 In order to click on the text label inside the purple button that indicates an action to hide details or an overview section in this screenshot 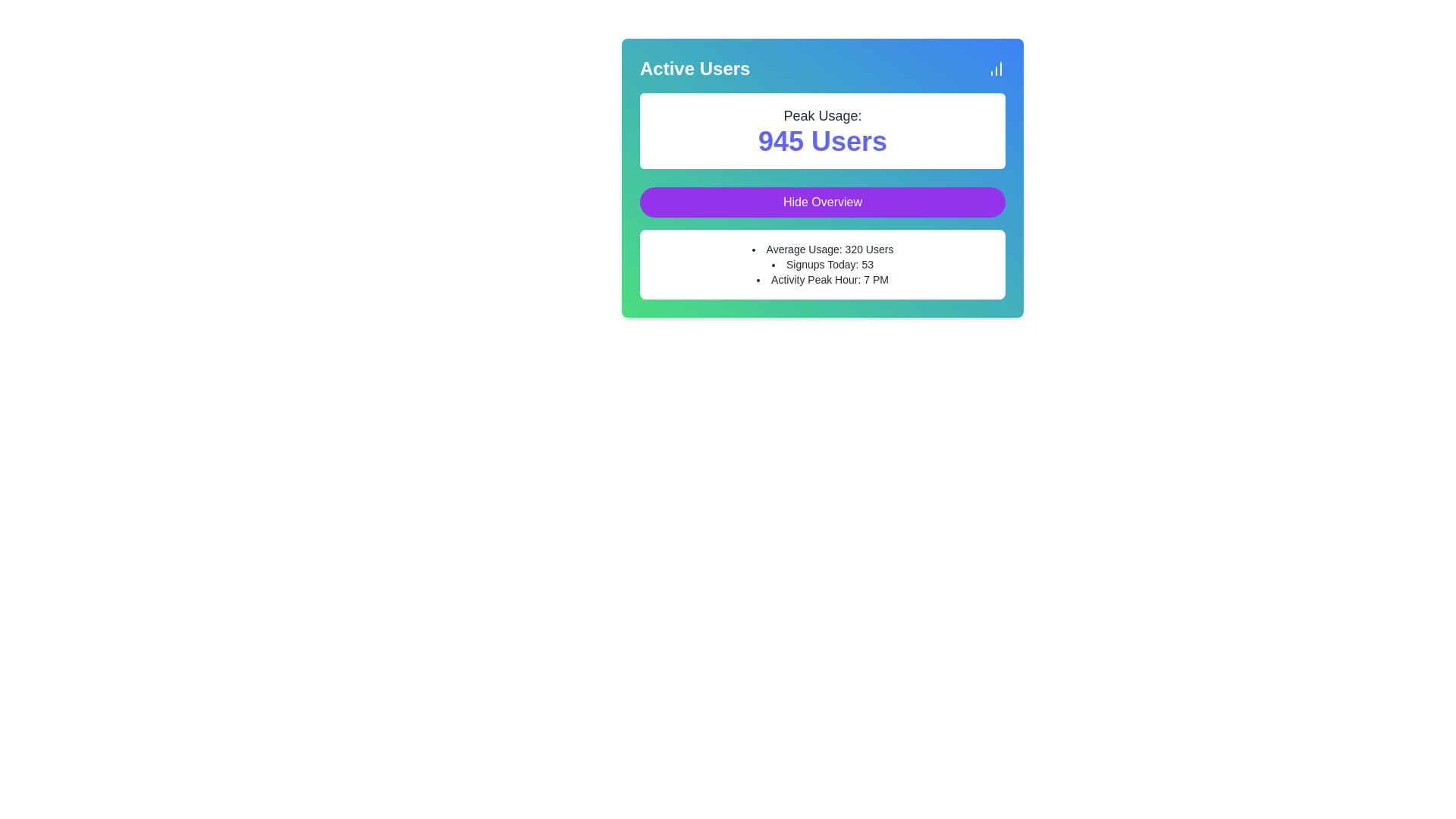, I will do `click(821, 201)`.